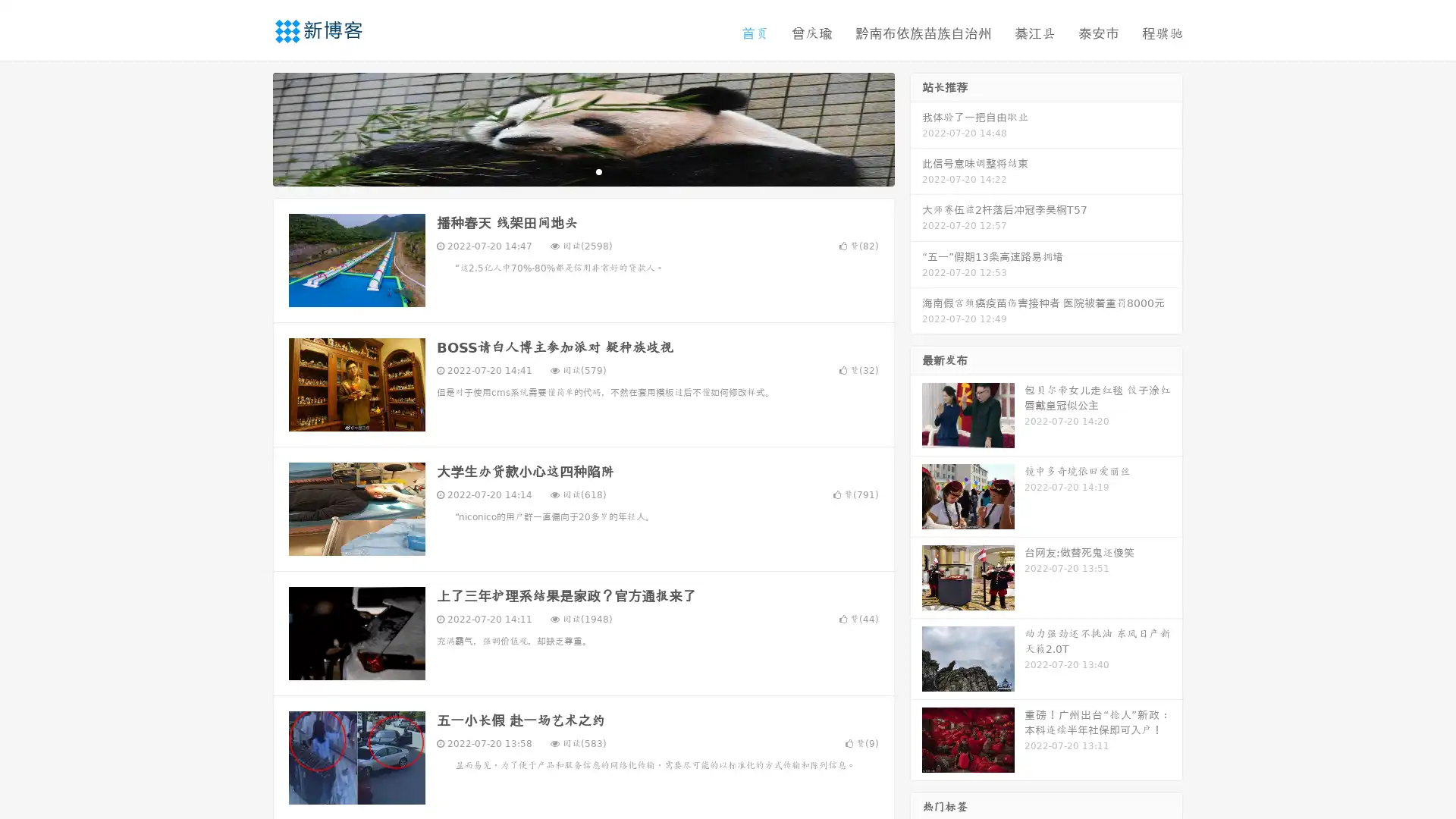 This screenshot has width=1456, height=819. Describe the element at coordinates (598, 171) in the screenshot. I see `Go to slide 3` at that location.